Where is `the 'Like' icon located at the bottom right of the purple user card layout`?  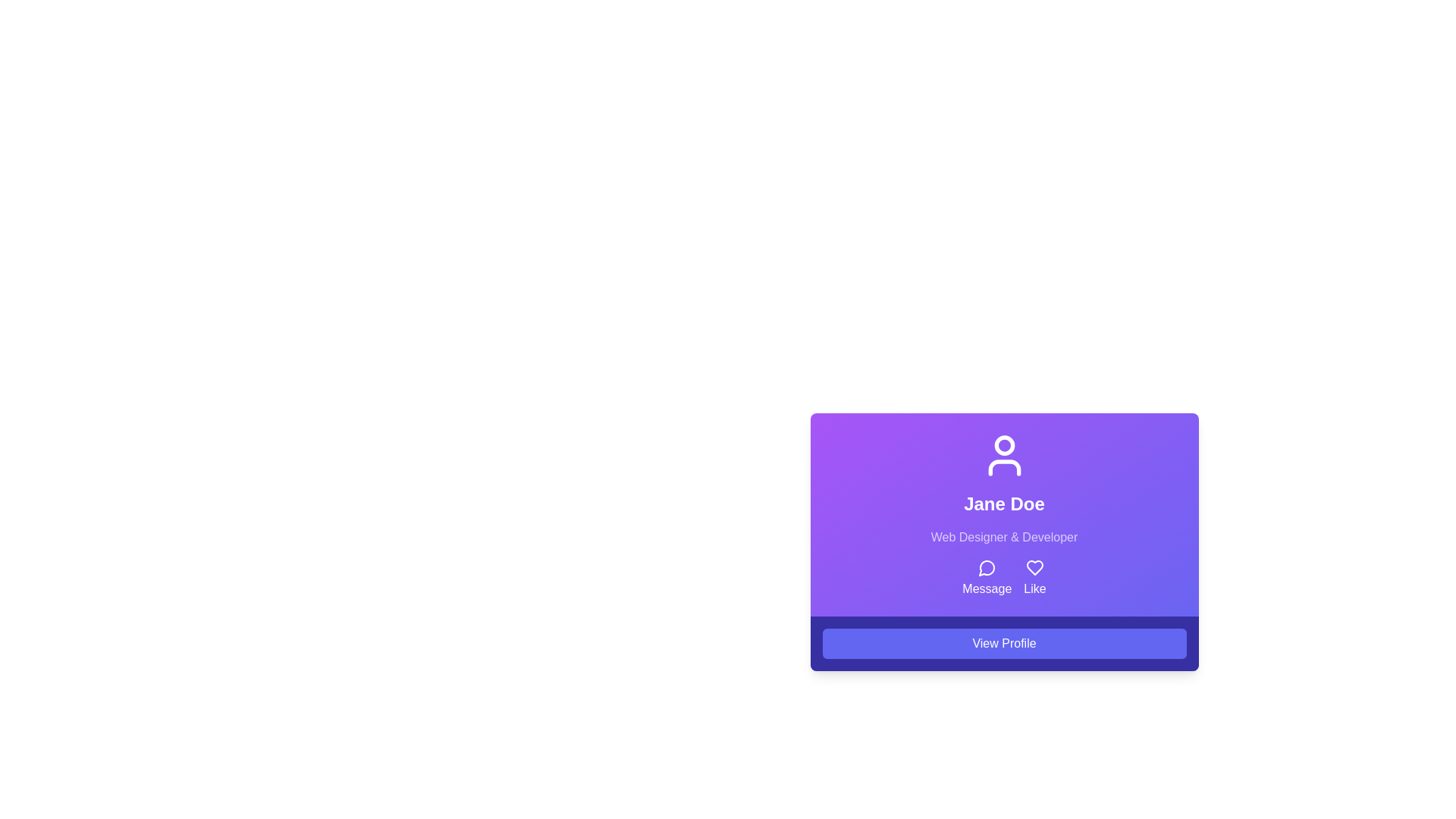
the 'Like' icon located at the bottom right of the purple user card layout is located at coordinates (1034, 567).